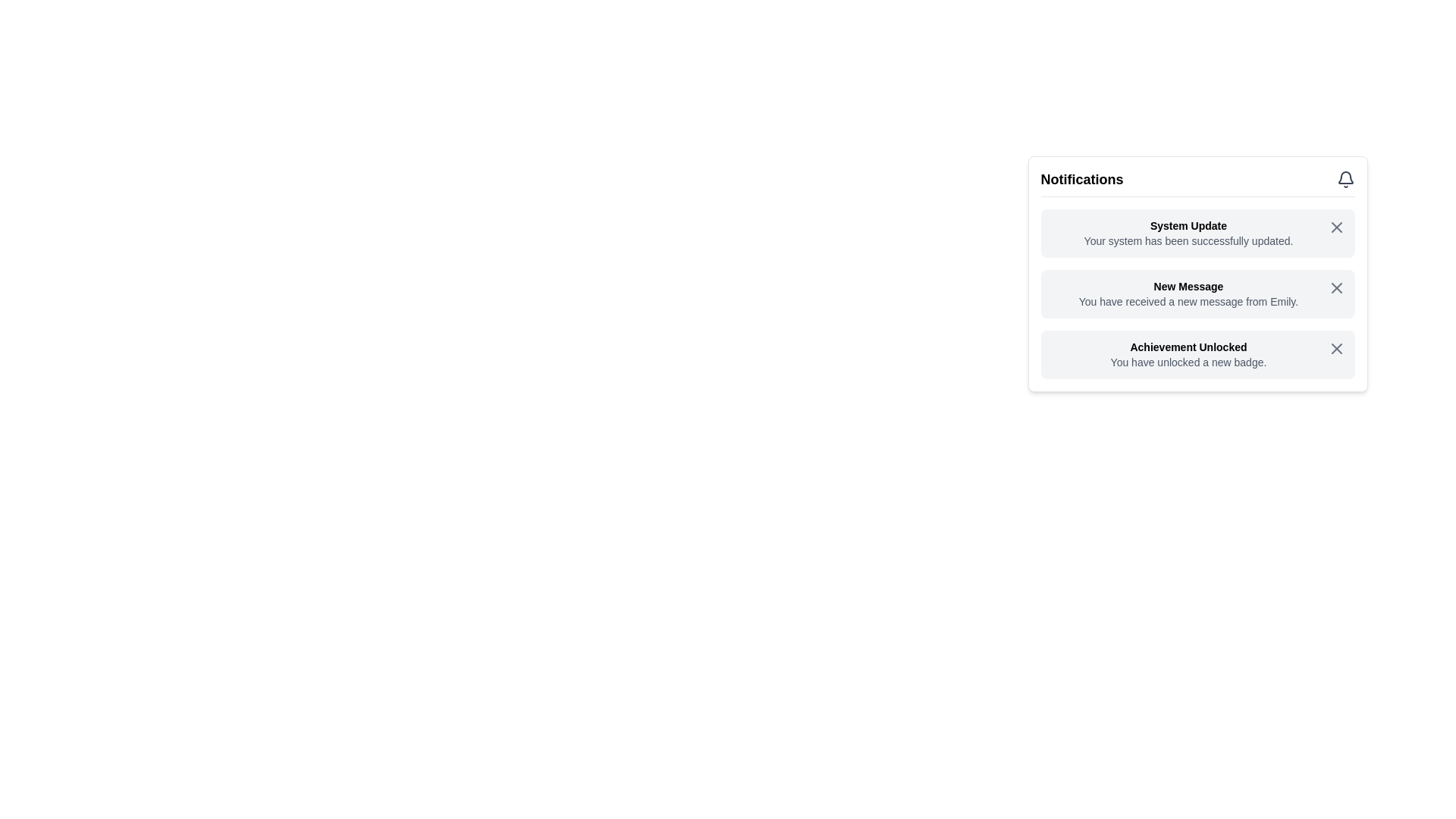  I want to click on the 'X' button in the top-right corner of the notification item titled 'New Message', so click(1336, 288).